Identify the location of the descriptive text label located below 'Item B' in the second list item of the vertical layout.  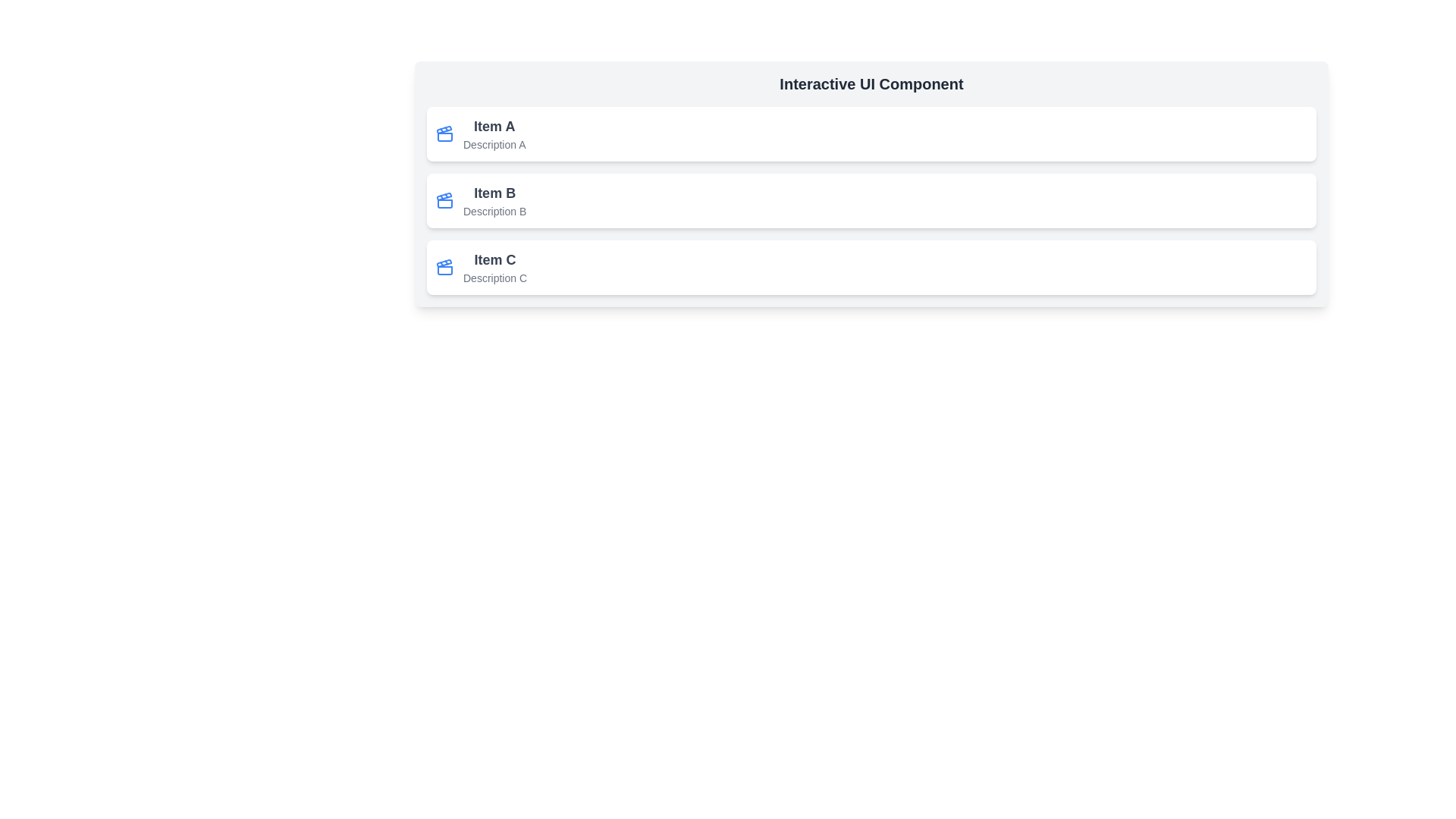
(494, 211).